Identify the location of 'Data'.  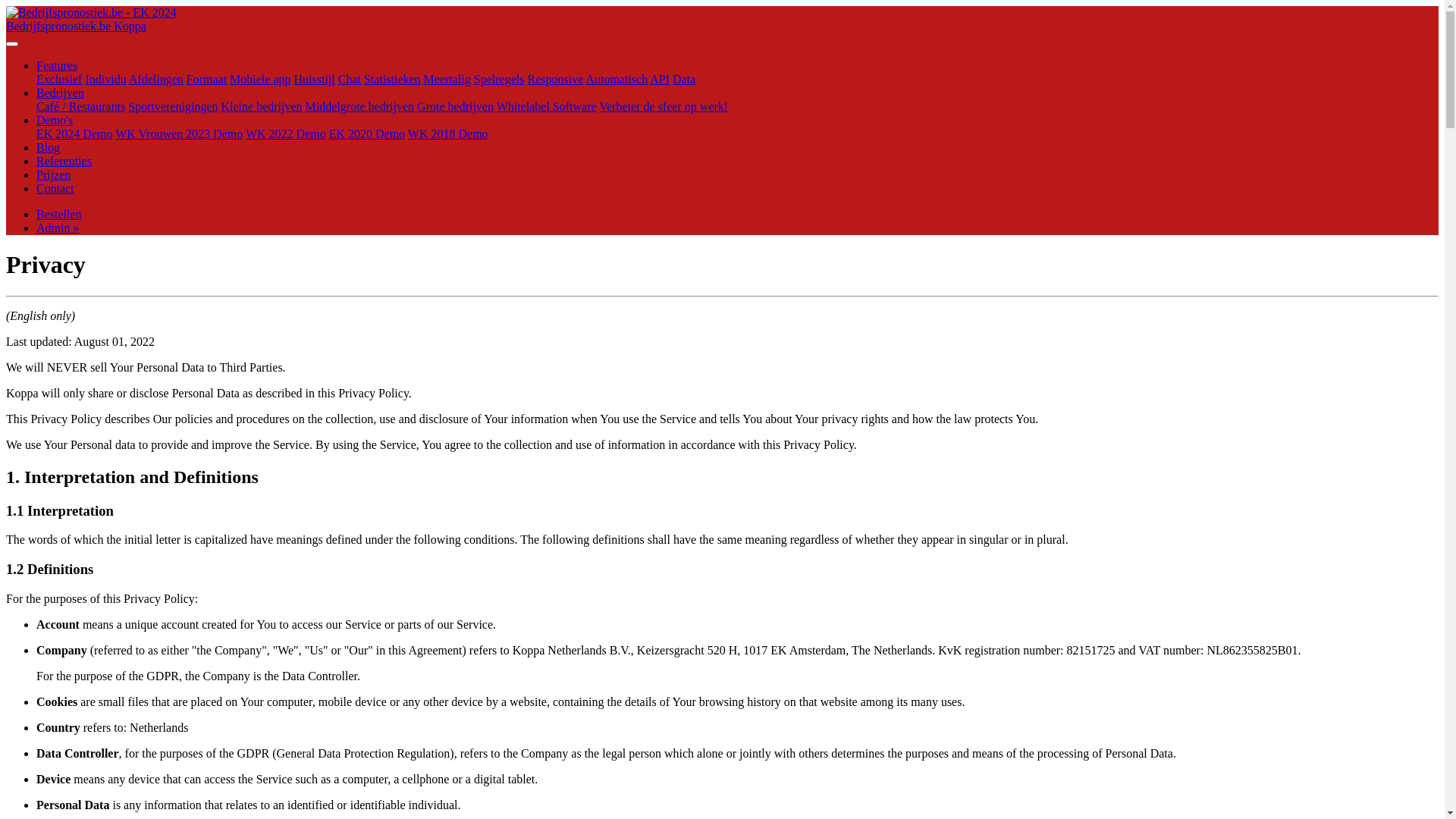
(683, 79).